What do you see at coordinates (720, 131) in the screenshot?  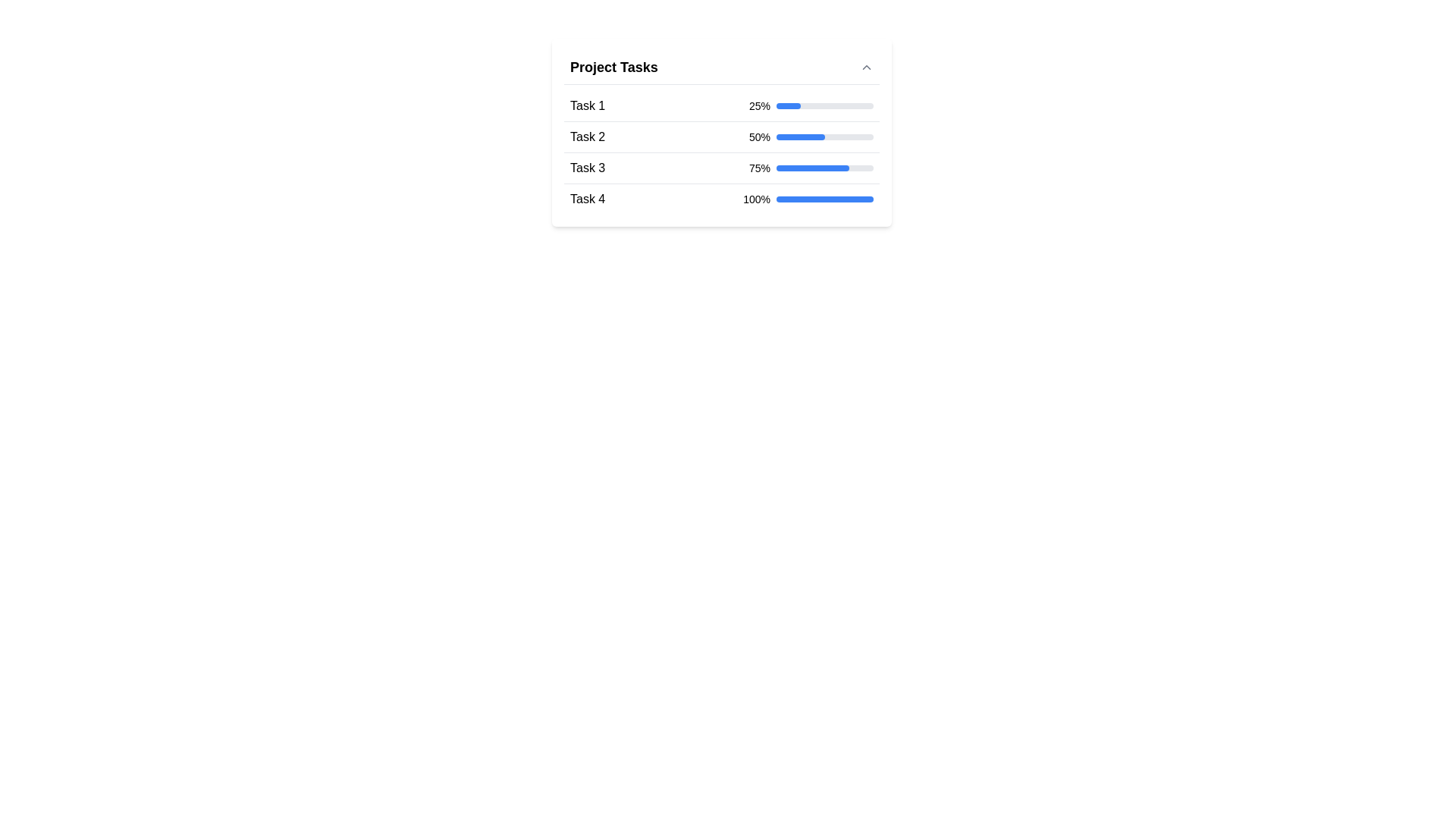 I see `the progress bar element representing 'Task 2' in the project tasks list, which shows its completion percentage` at bounding box center [720, 131].